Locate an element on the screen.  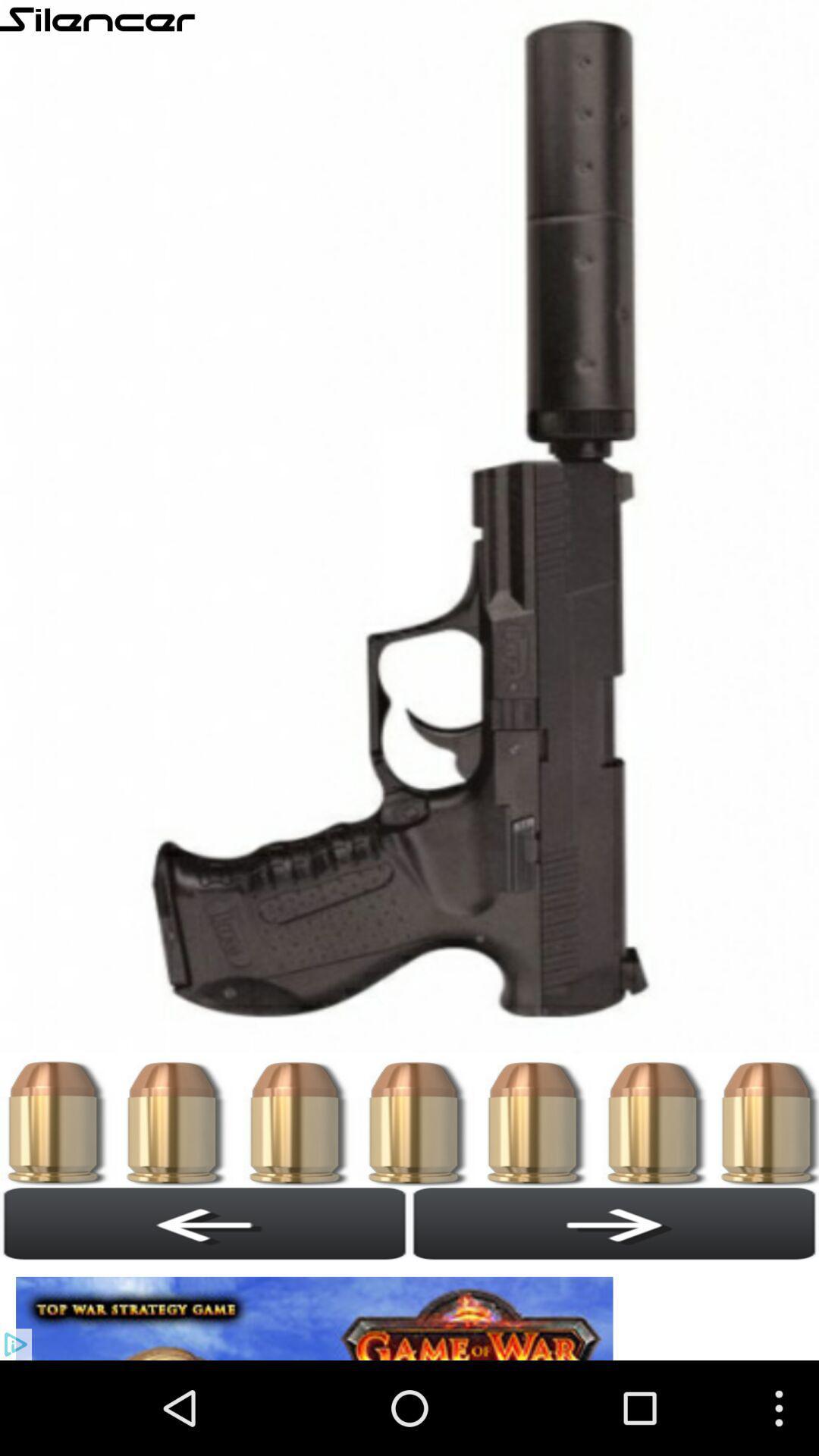
website is located at coordinates (318, 1310).